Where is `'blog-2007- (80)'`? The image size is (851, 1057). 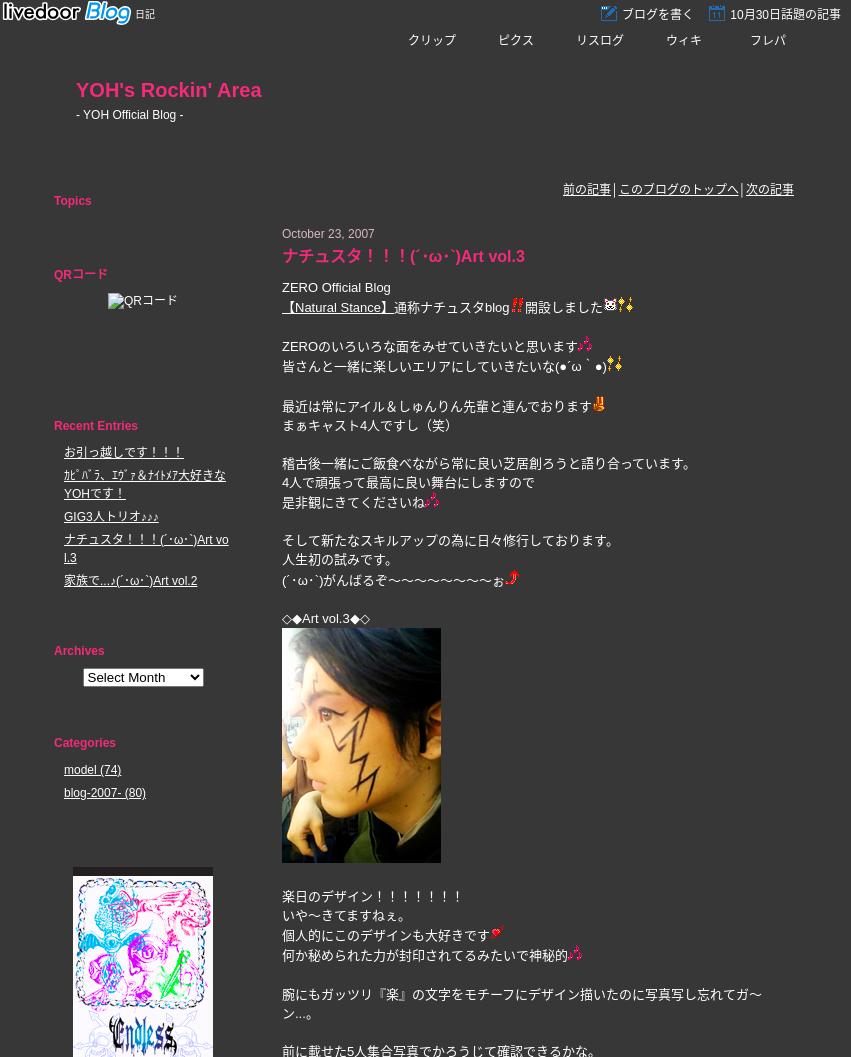 'blog-2007- (80)' is located at coordinates (104, 792).